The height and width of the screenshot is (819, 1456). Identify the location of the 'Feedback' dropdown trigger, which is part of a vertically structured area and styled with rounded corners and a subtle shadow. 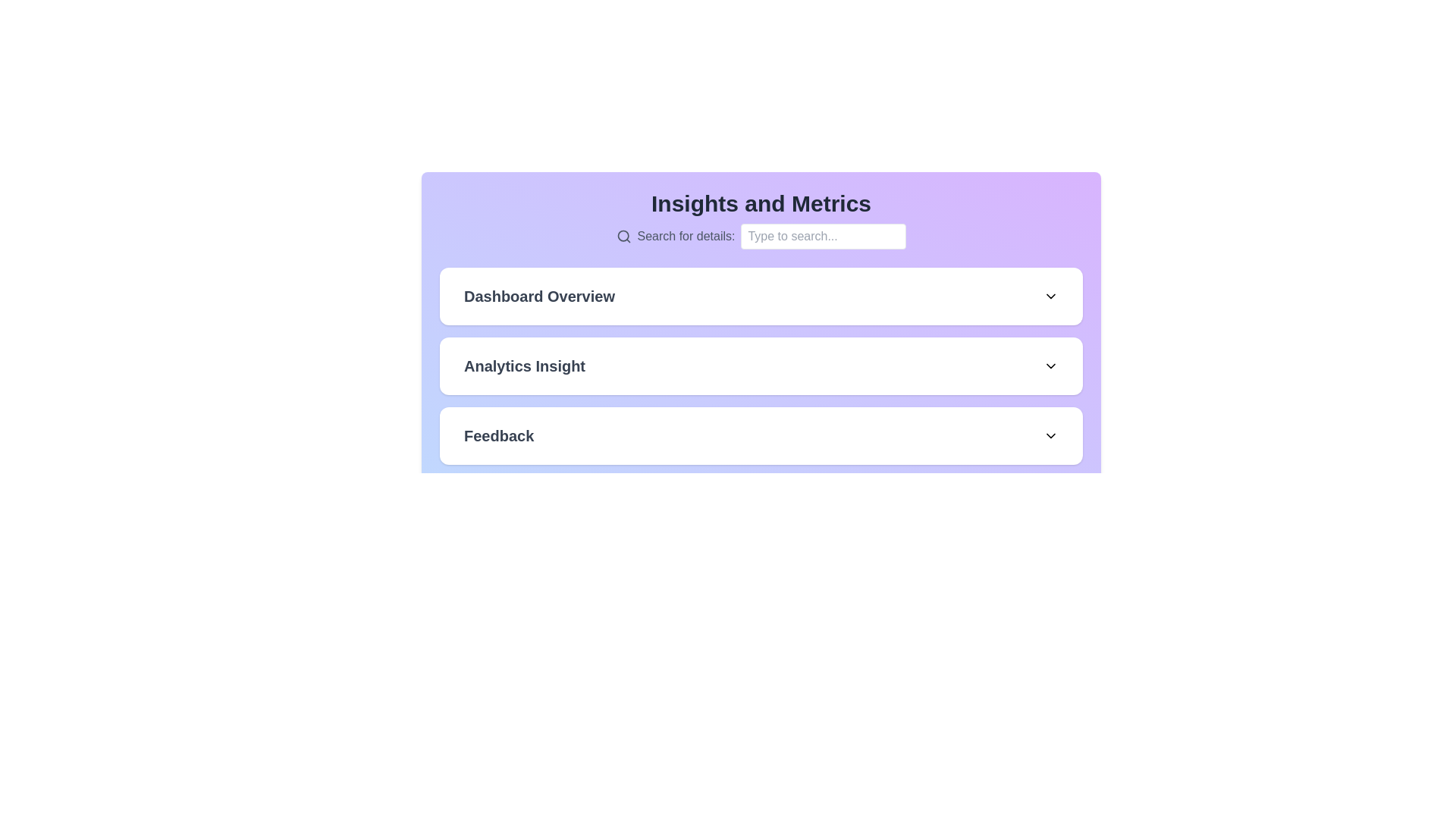
(761, 435).